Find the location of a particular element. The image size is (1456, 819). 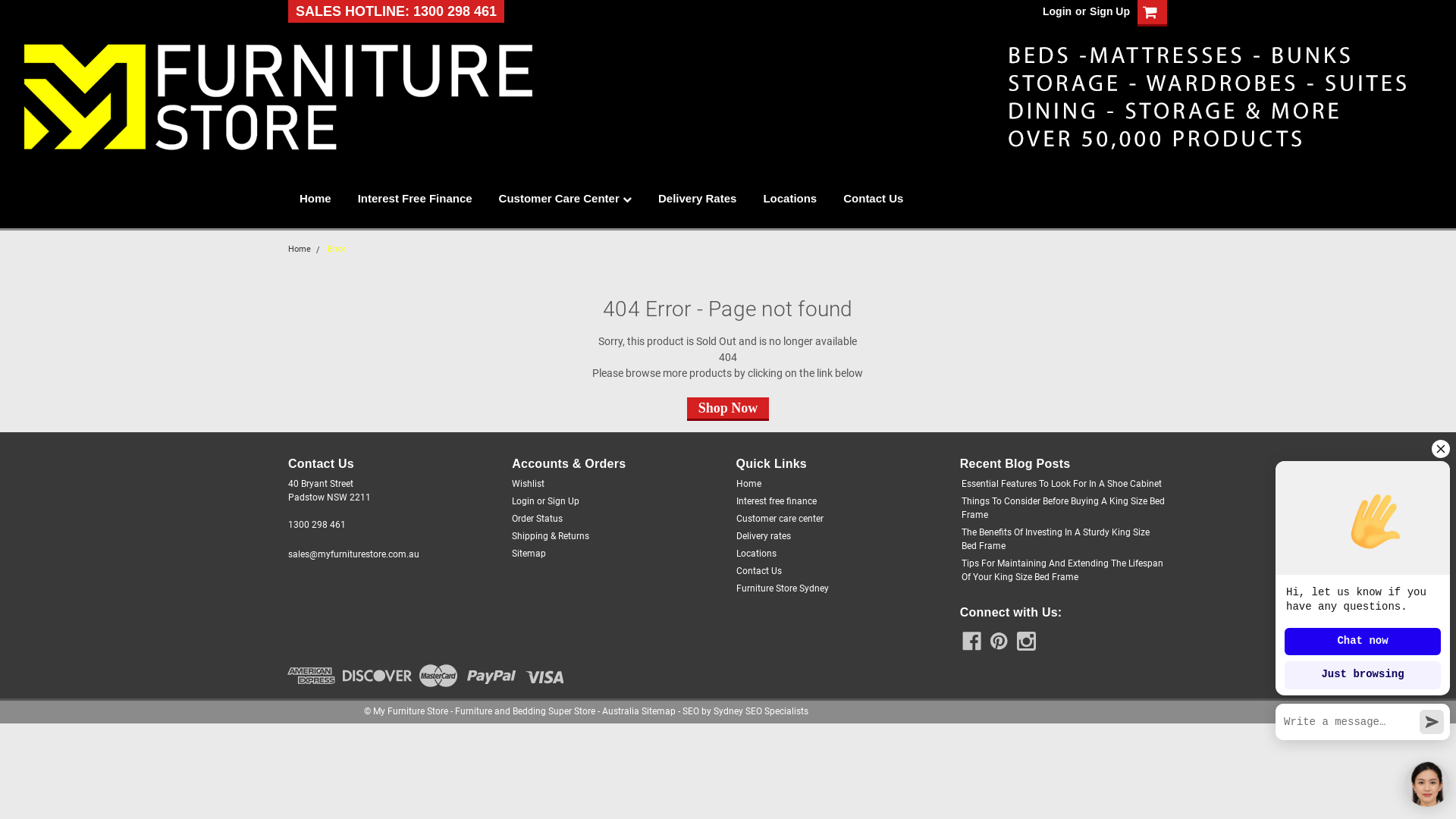

'Error' is located at coordinates (336, 248).